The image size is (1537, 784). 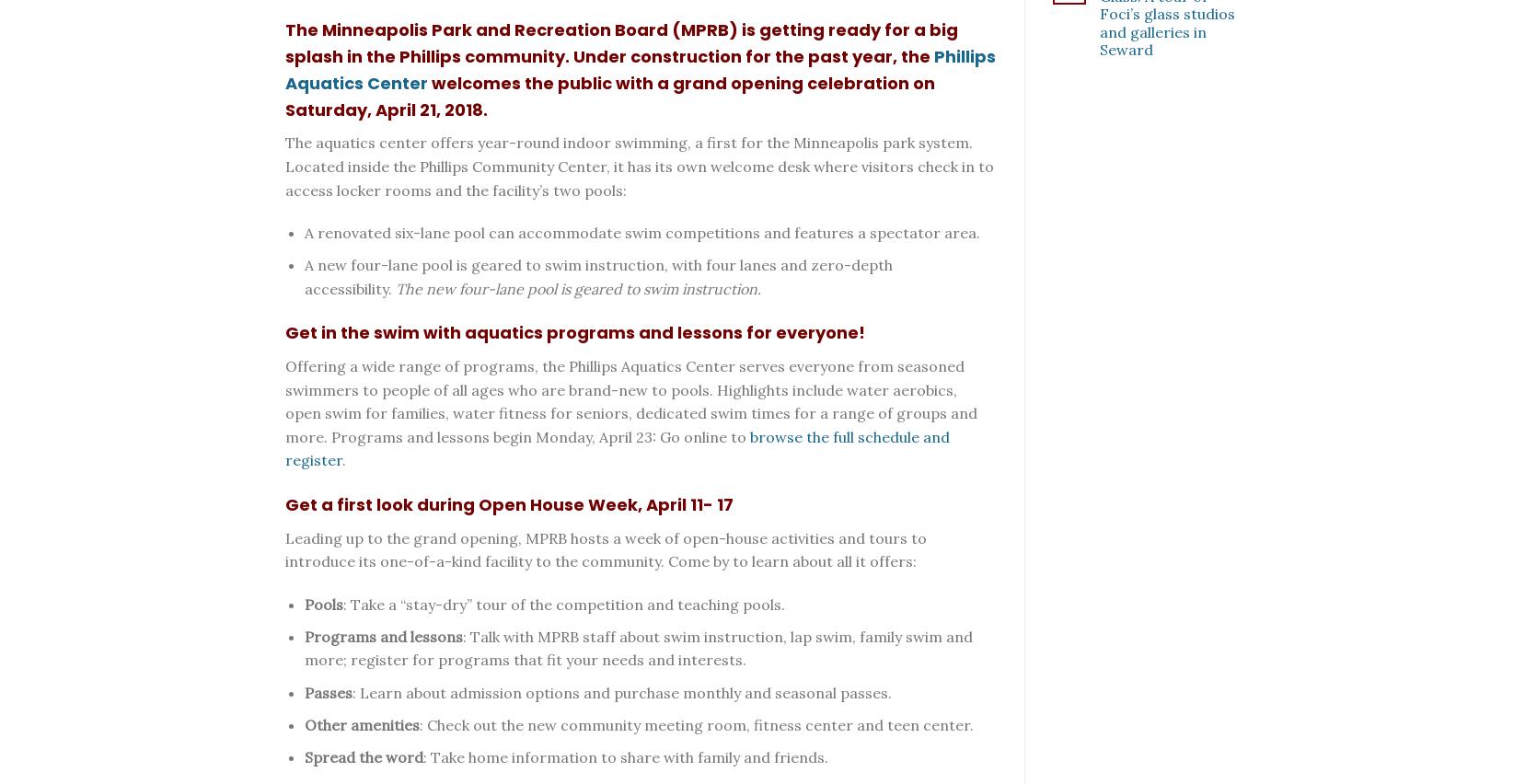 I want to click on 'Get a first look during Open House Week, April 11- 17', so click(x=509, y=503).